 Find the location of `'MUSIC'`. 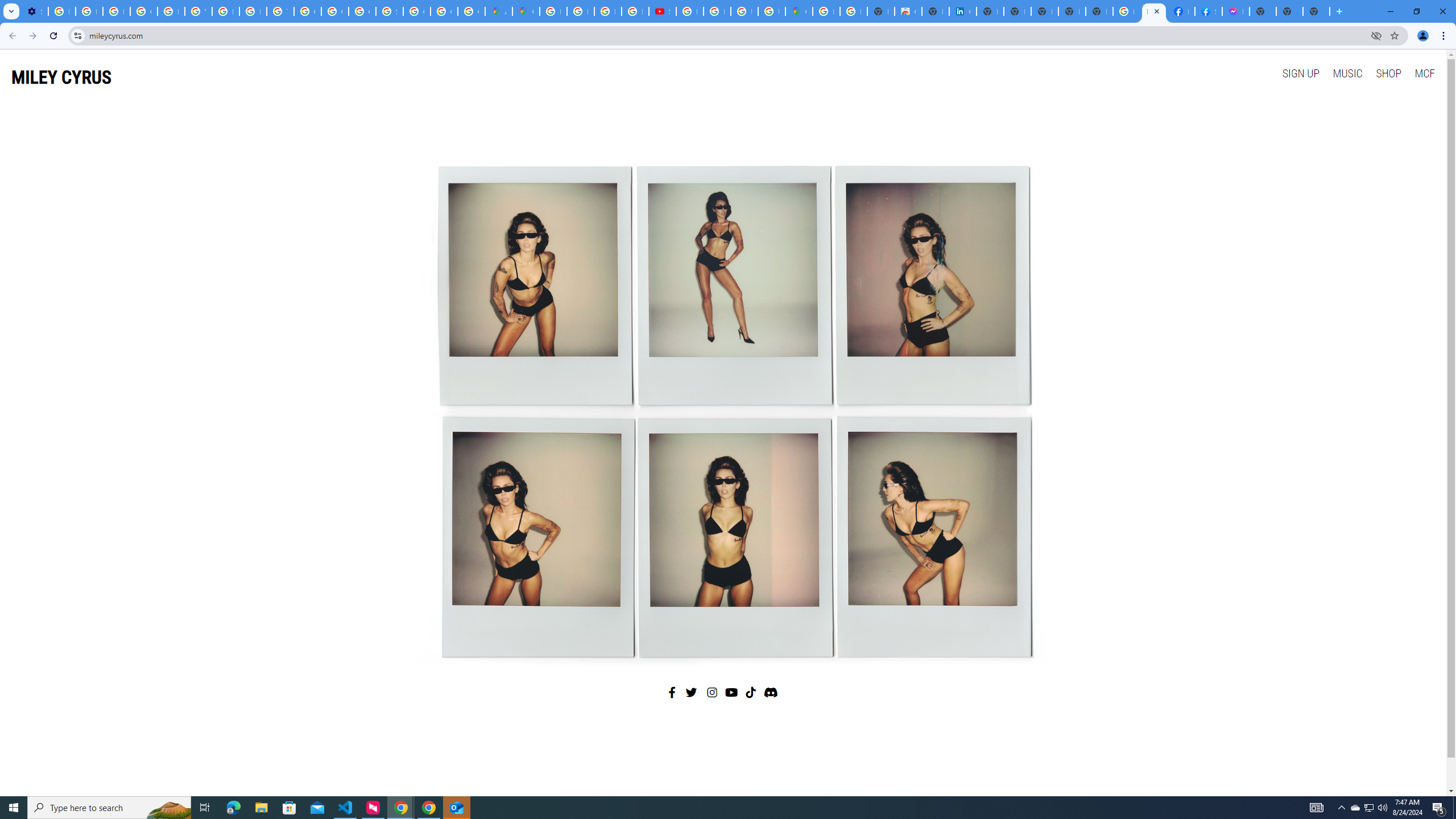

'MUSIC' is located at coordinates (1347, 72).